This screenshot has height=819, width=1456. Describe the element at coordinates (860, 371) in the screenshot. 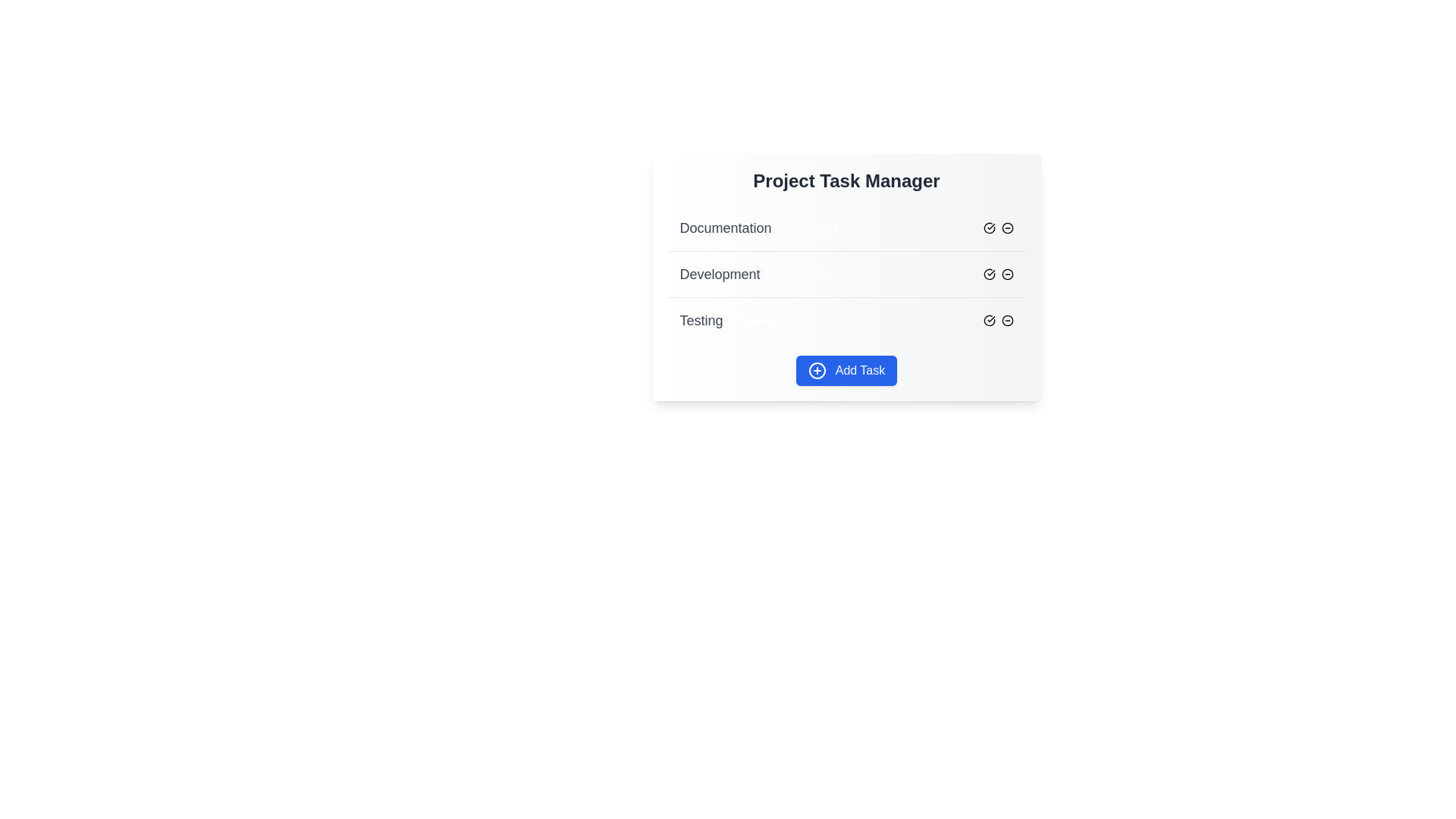

I see `the 'Add Task' button, which is a blue rectangular button at the bottom of the task list section` at that location.